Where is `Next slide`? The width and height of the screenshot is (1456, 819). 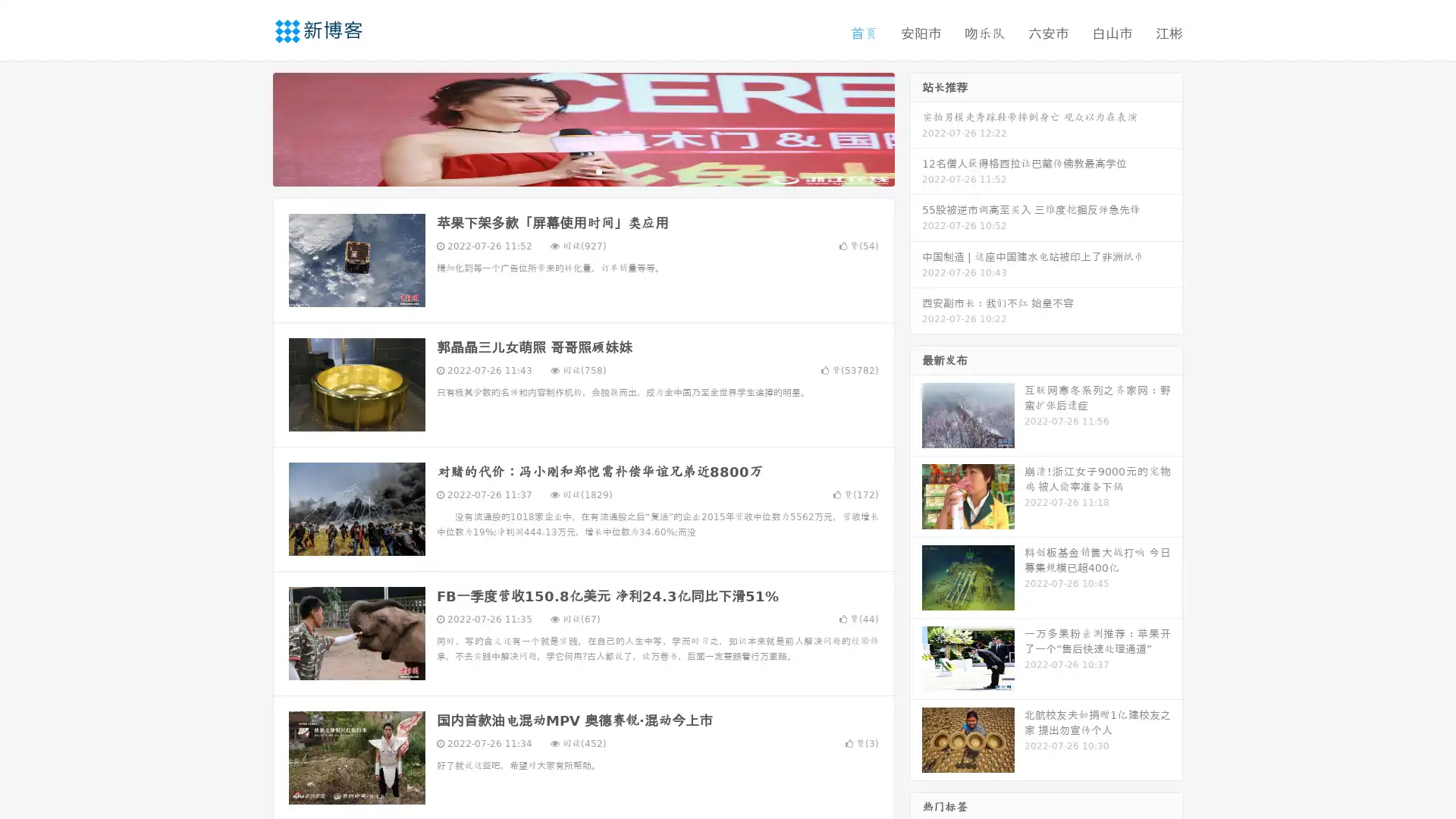 Next slide is located at coordinates (916, 127).